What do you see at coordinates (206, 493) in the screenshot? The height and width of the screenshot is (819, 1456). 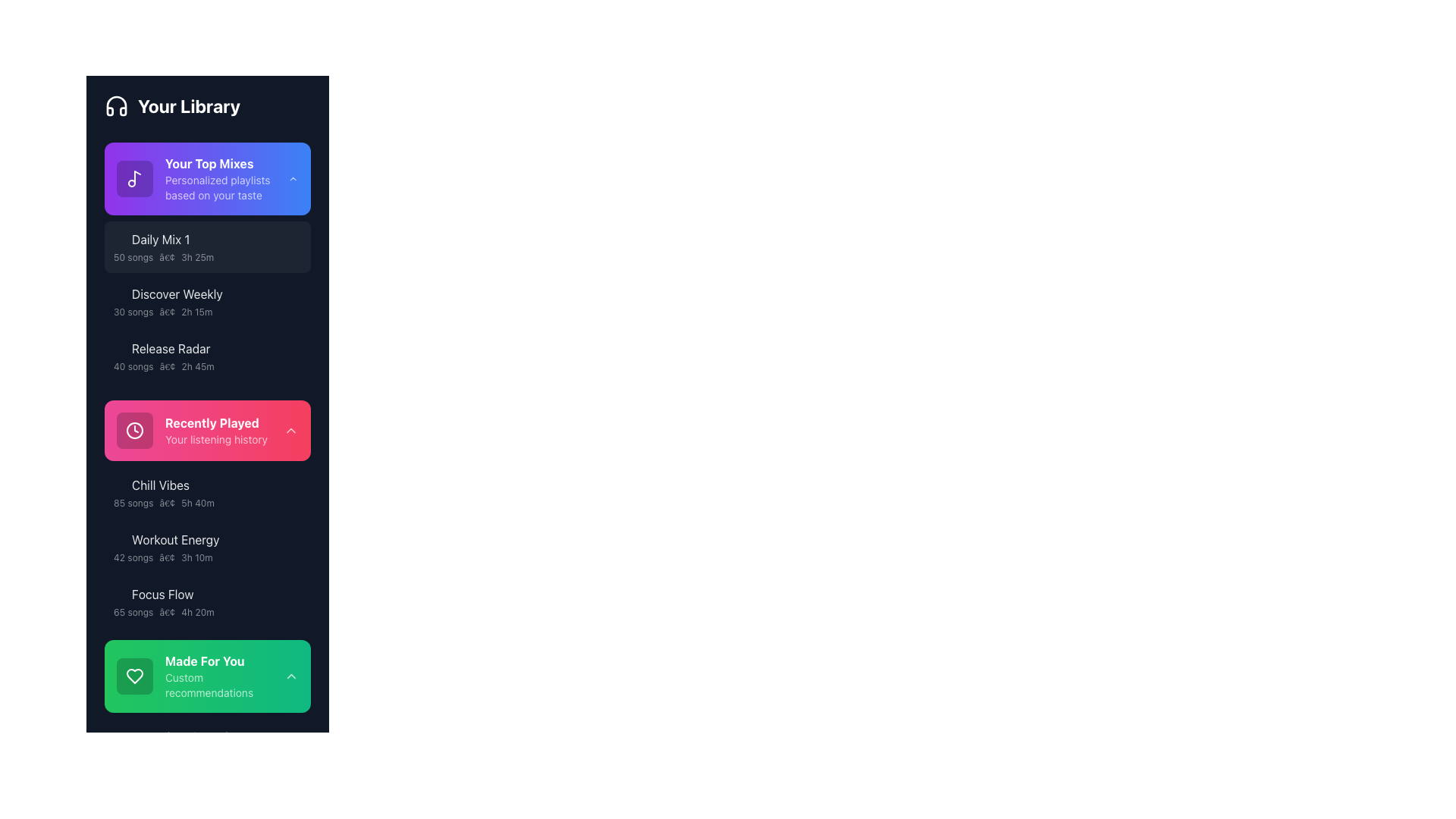 I see `on the 'Chill Vibes' playlist item located under the 'Recently Played' section` at bounding box center [206, 493].